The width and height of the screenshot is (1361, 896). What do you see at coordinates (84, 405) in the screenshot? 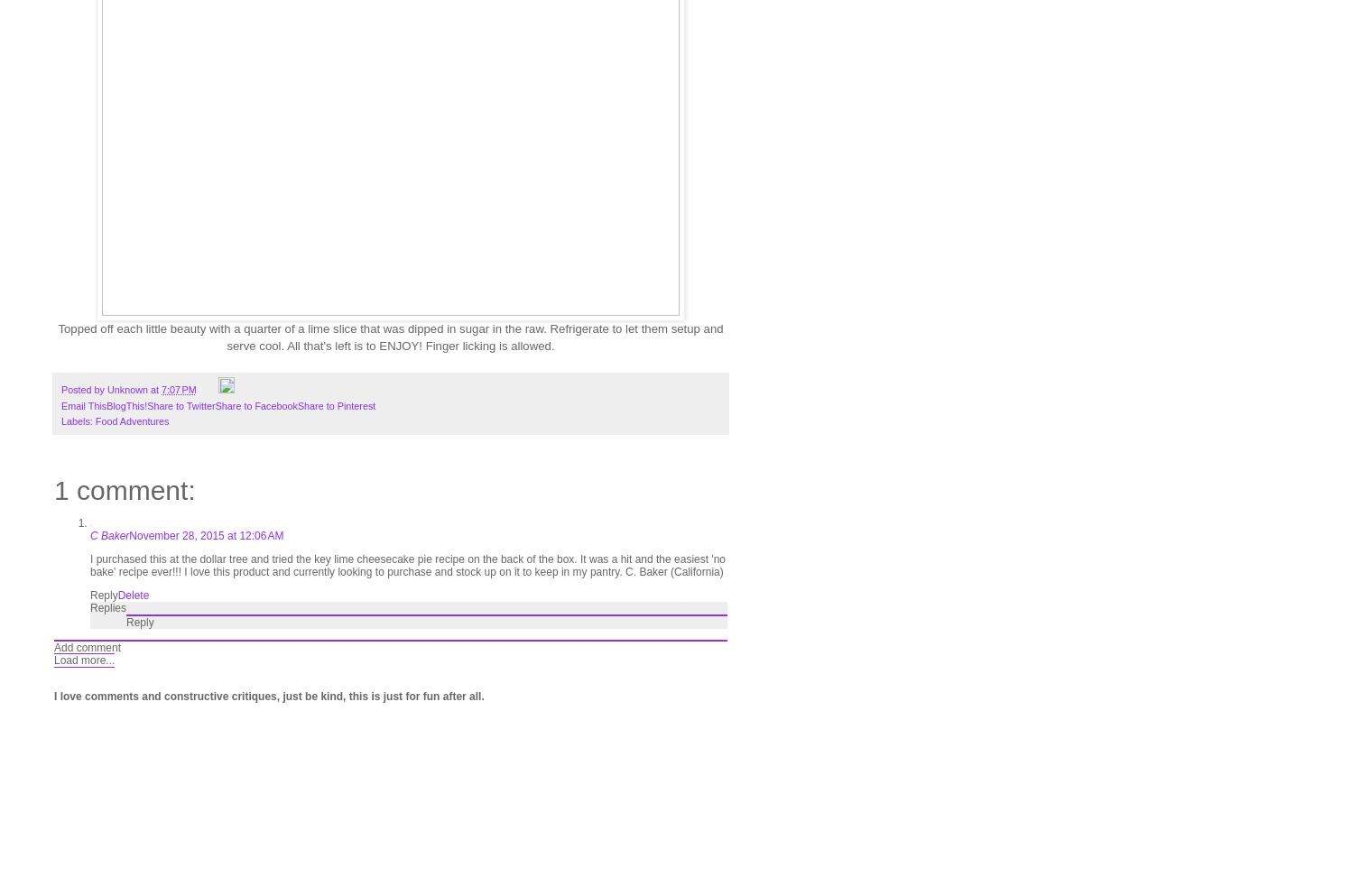
I see `'Email This'` at bounding box center [84, 405].